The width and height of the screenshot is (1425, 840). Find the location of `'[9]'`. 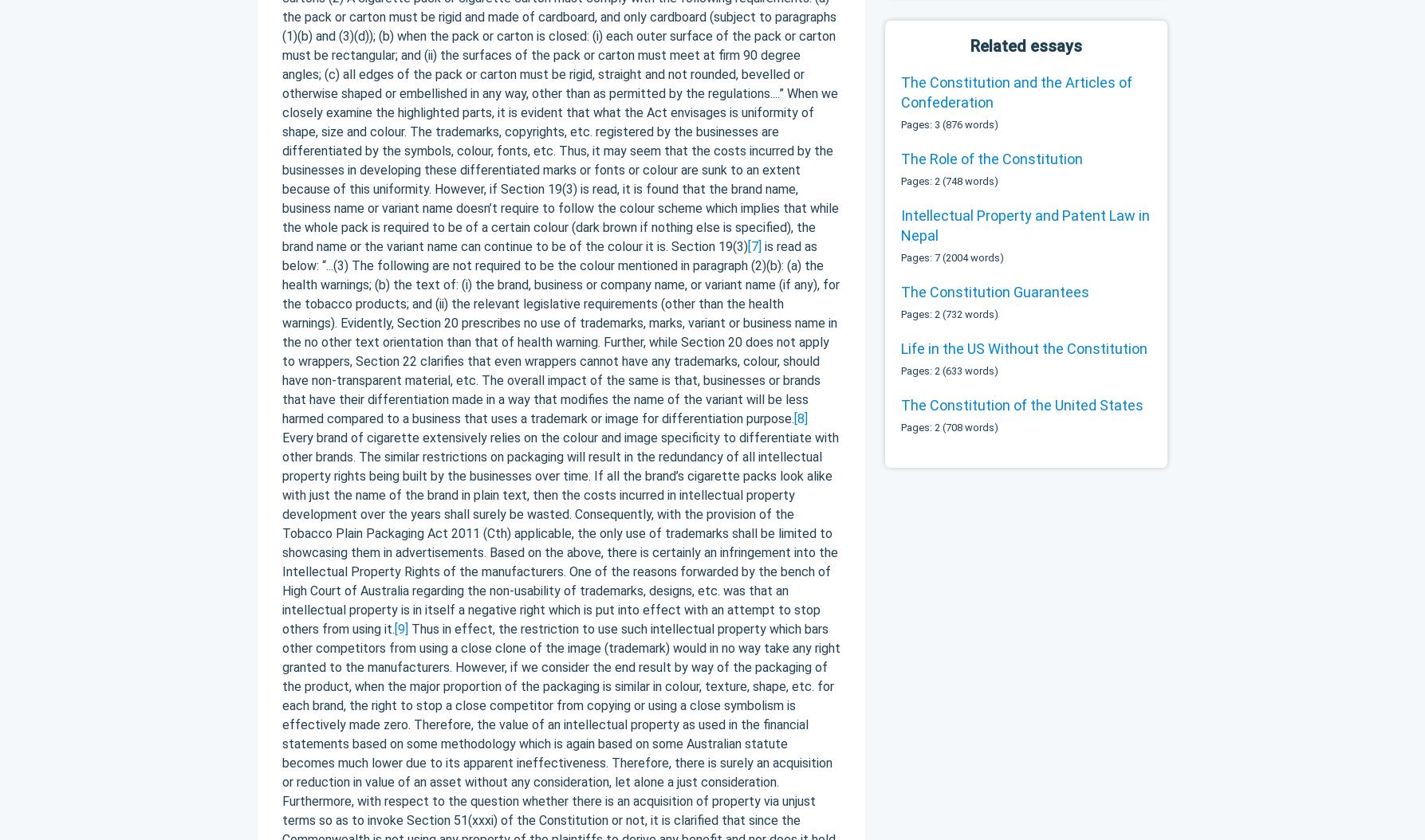

'[9]' is located at coordinates (400, 628).